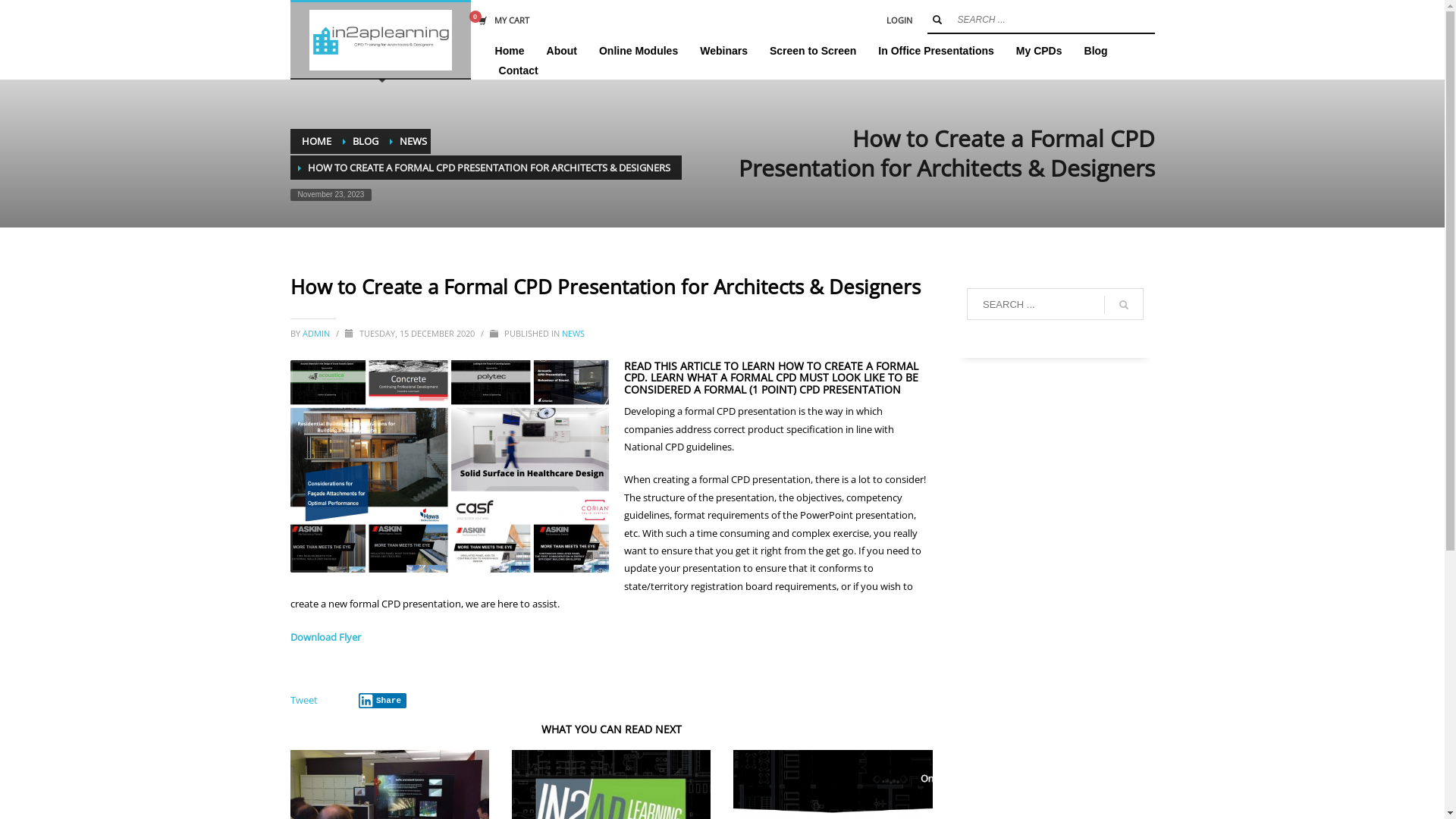 This screenshot has height=819, width=1456. I want to click on 'Blog', so click(1096, 49).